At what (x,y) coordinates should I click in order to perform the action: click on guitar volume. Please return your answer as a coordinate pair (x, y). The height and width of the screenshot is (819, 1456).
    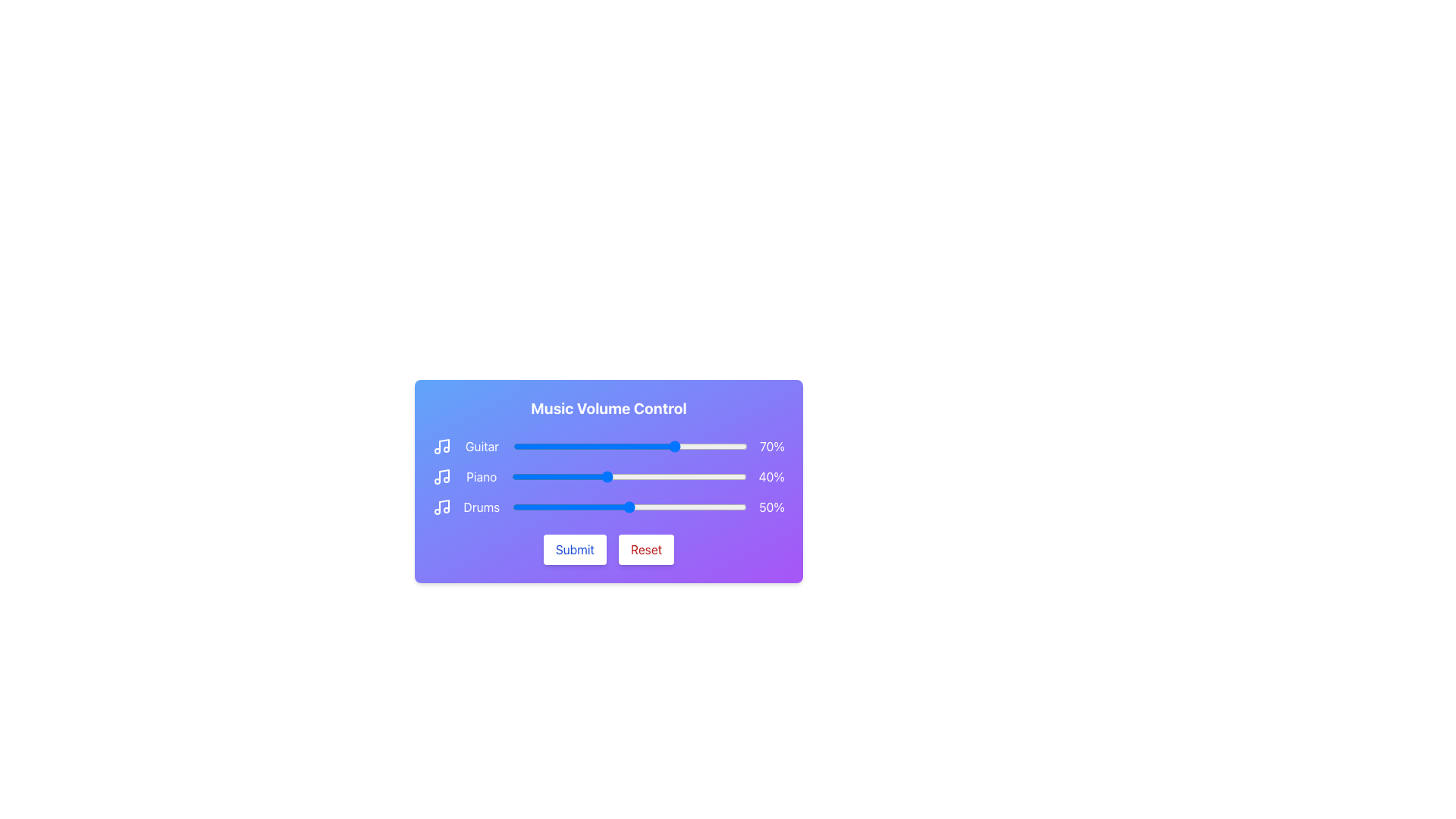
    Looking at the image, I should click on (665, 446).